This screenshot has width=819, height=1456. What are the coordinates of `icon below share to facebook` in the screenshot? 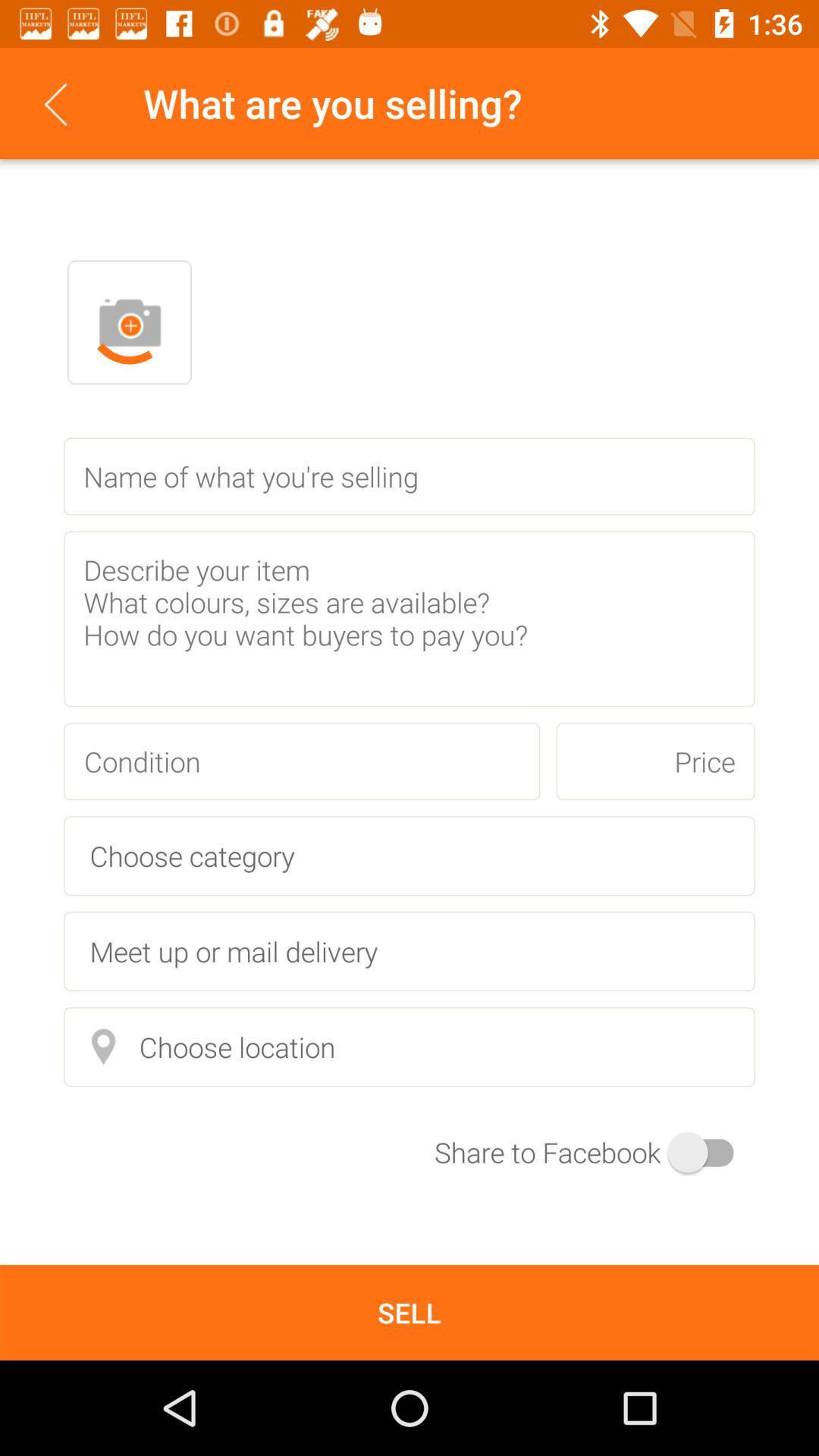 It's located at (409, 1312).